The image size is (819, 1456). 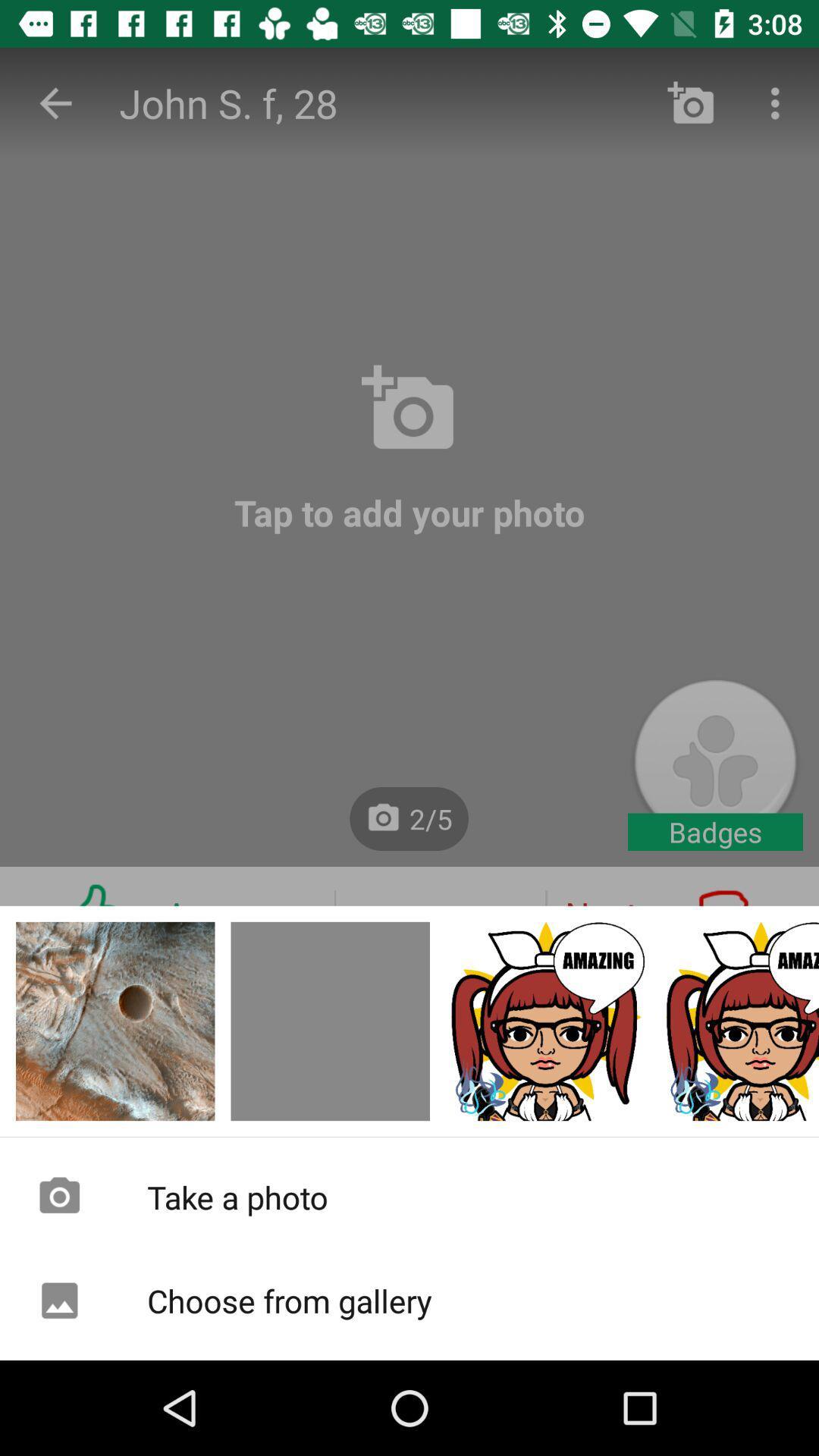 What do you see at coordinates (115, 1021) in the screenshot?
I see `to picture` at bounding box center [115, 1021].